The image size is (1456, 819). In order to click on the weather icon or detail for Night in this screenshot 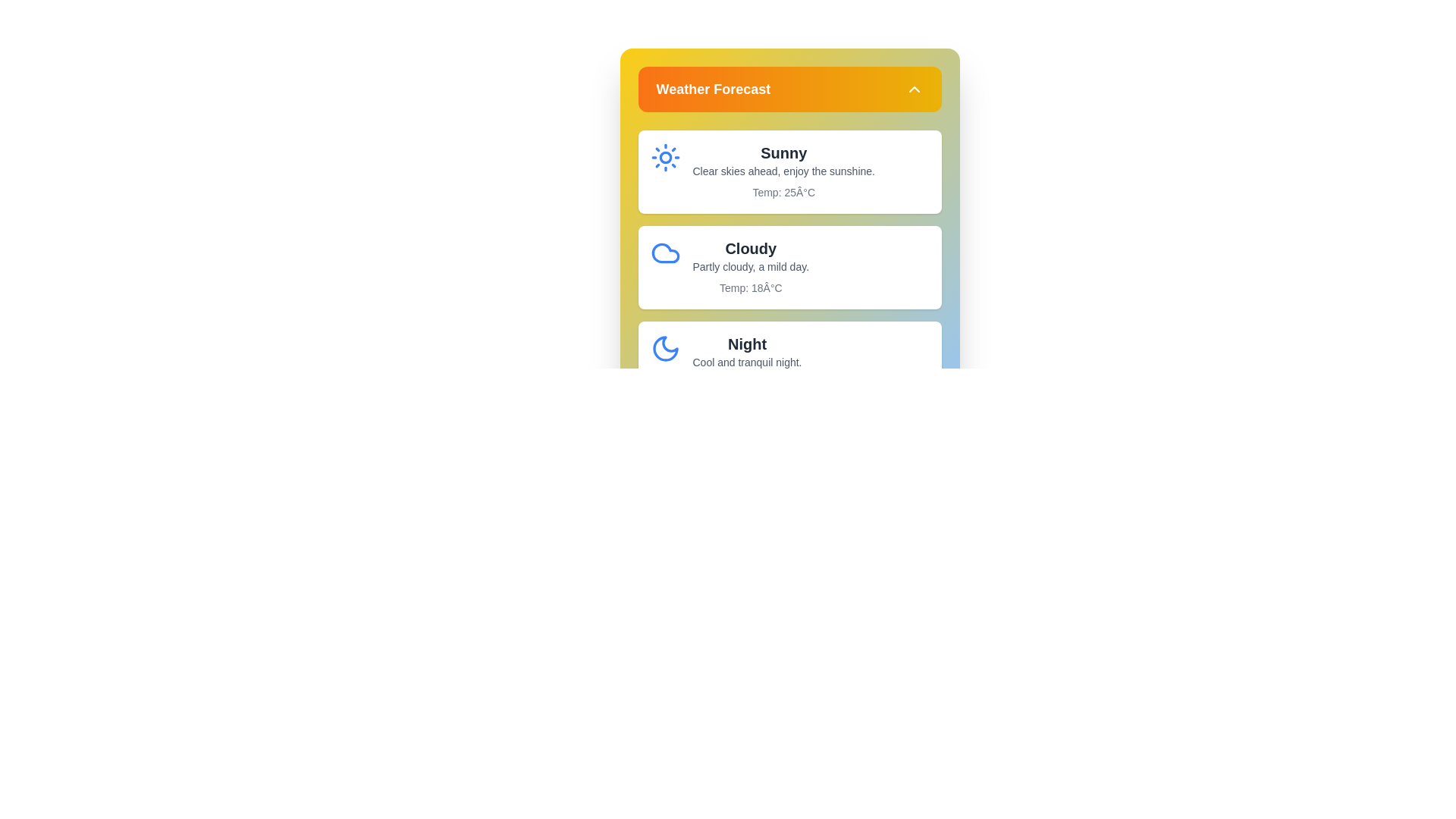, I will do `click(665, 348)`.